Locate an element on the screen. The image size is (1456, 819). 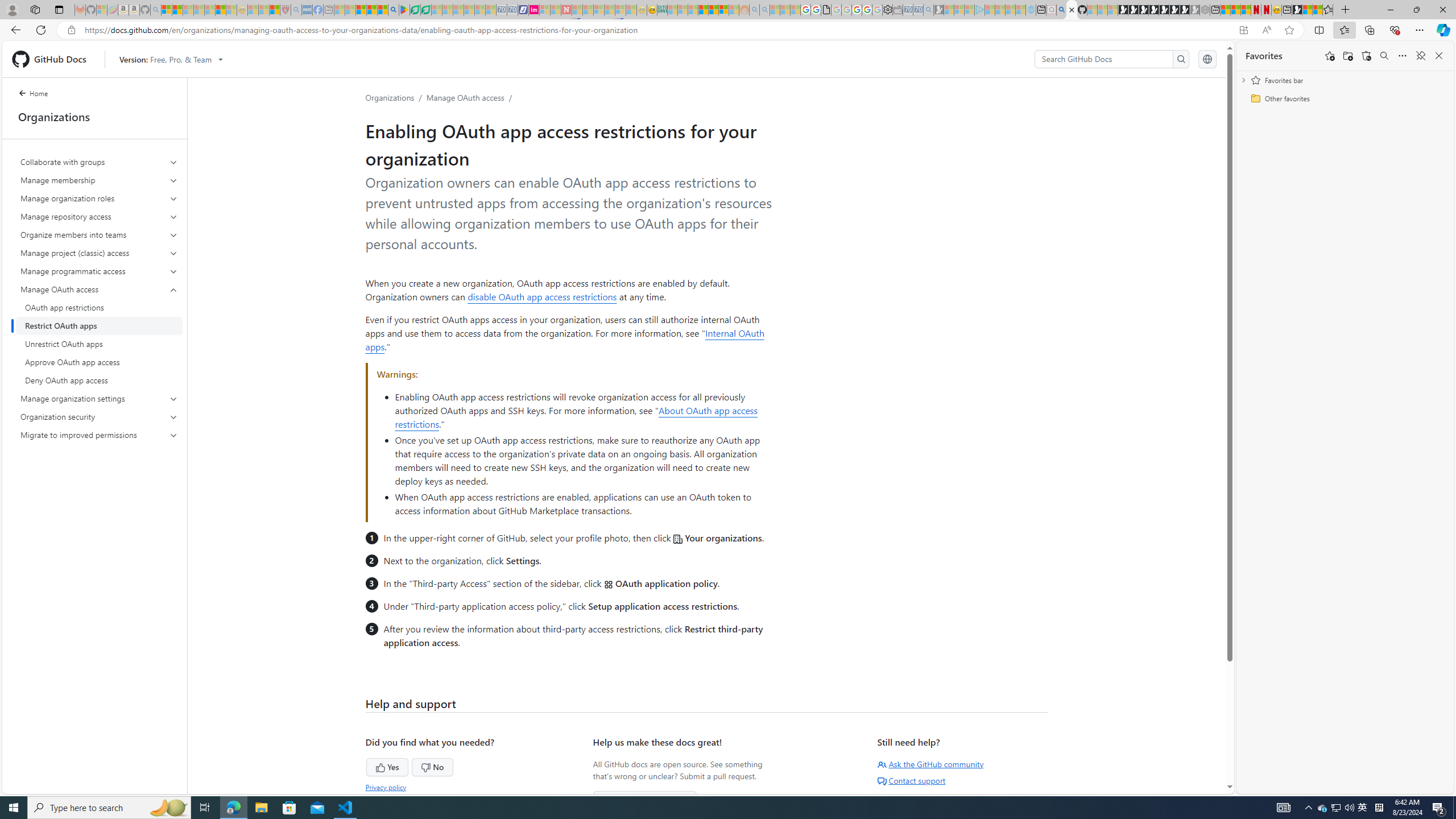
'Wildlife - MSN' is located at coordinates (1307, 9).